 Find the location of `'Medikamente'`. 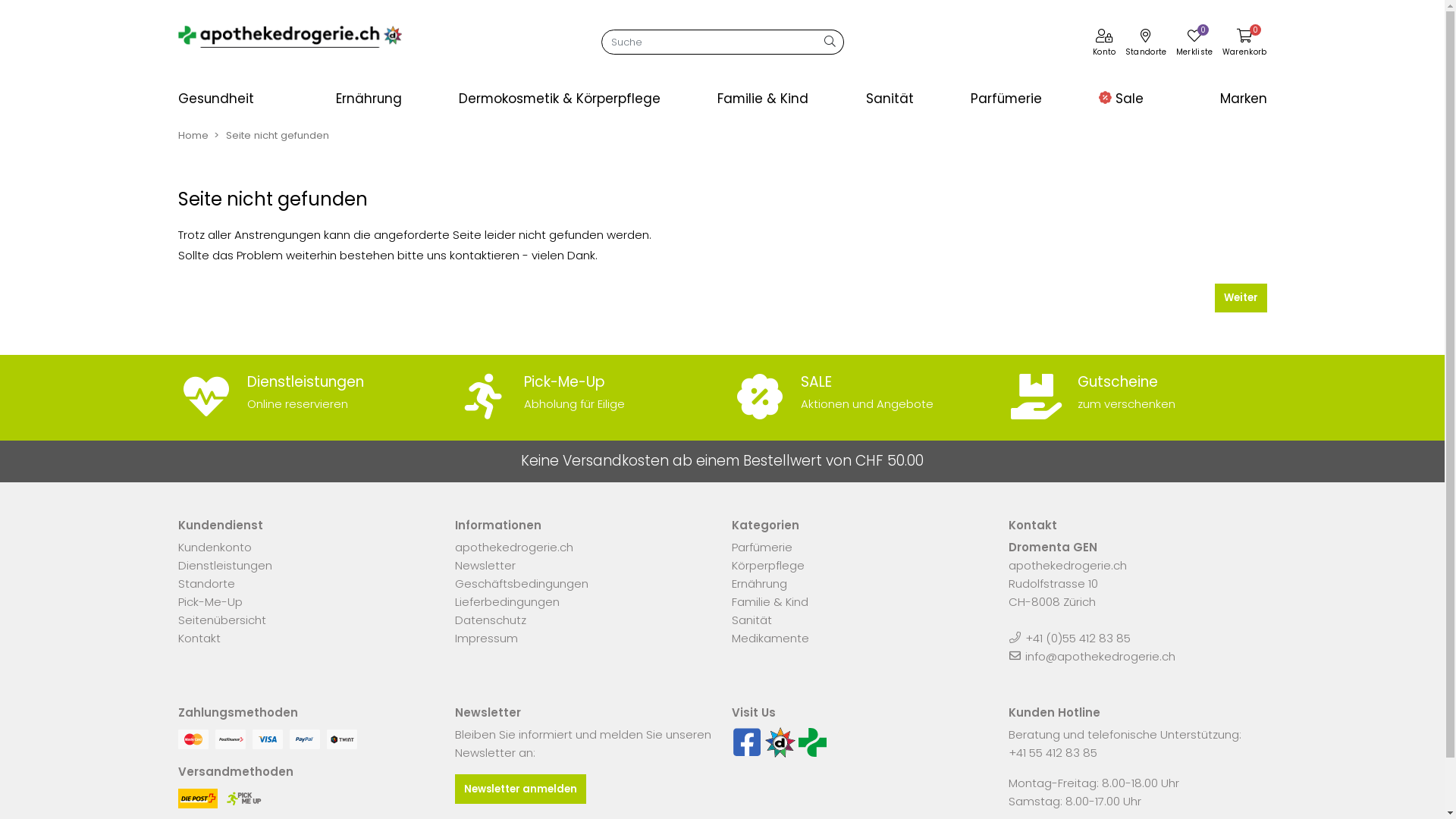

'Medikamente' is located at coordinates (731, 638).